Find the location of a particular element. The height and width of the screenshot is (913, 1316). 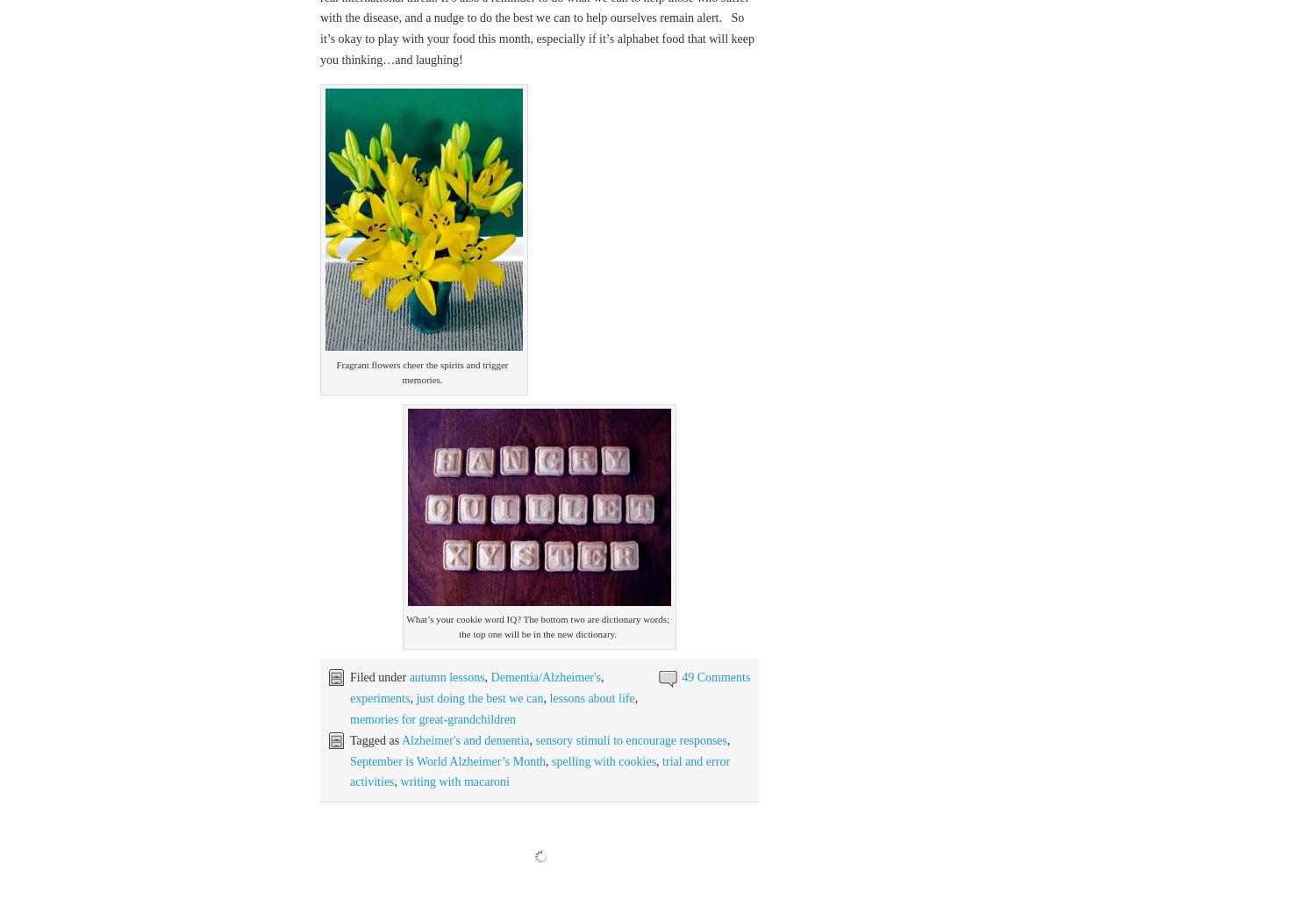

'What’s your cookie word IQ? The bottom two are dictionary words; the top one will be in the new dictionary.' is located at coordinates (537, 625).